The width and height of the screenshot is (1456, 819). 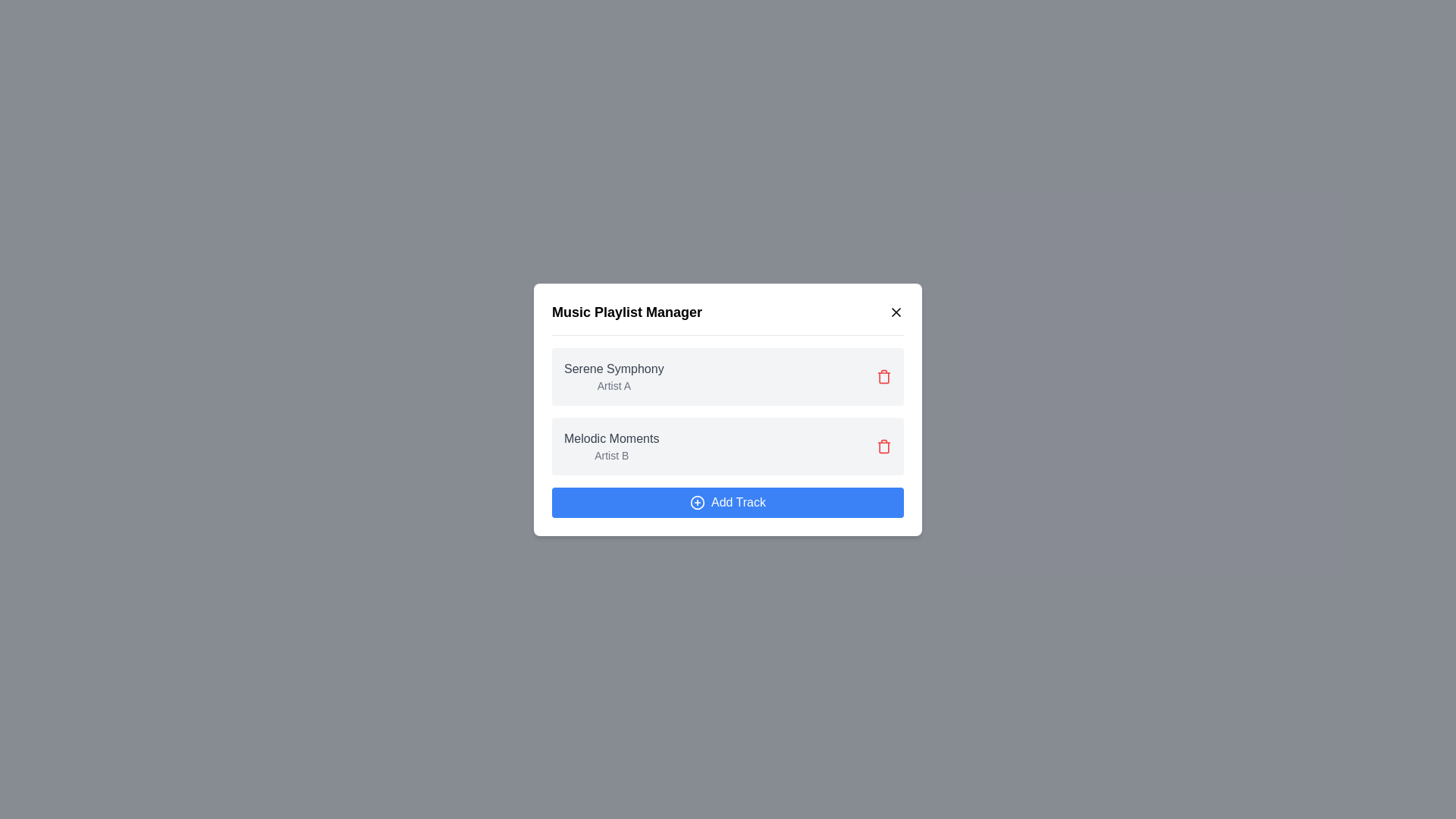 What do you see at coordinates (613, 375) in the screenshot?
I see `the multi-line text label displaying 'Serene Symphony' and 'Artist A' within the 'Music Playlist Manager' panel` at bounding box center [613, 375].